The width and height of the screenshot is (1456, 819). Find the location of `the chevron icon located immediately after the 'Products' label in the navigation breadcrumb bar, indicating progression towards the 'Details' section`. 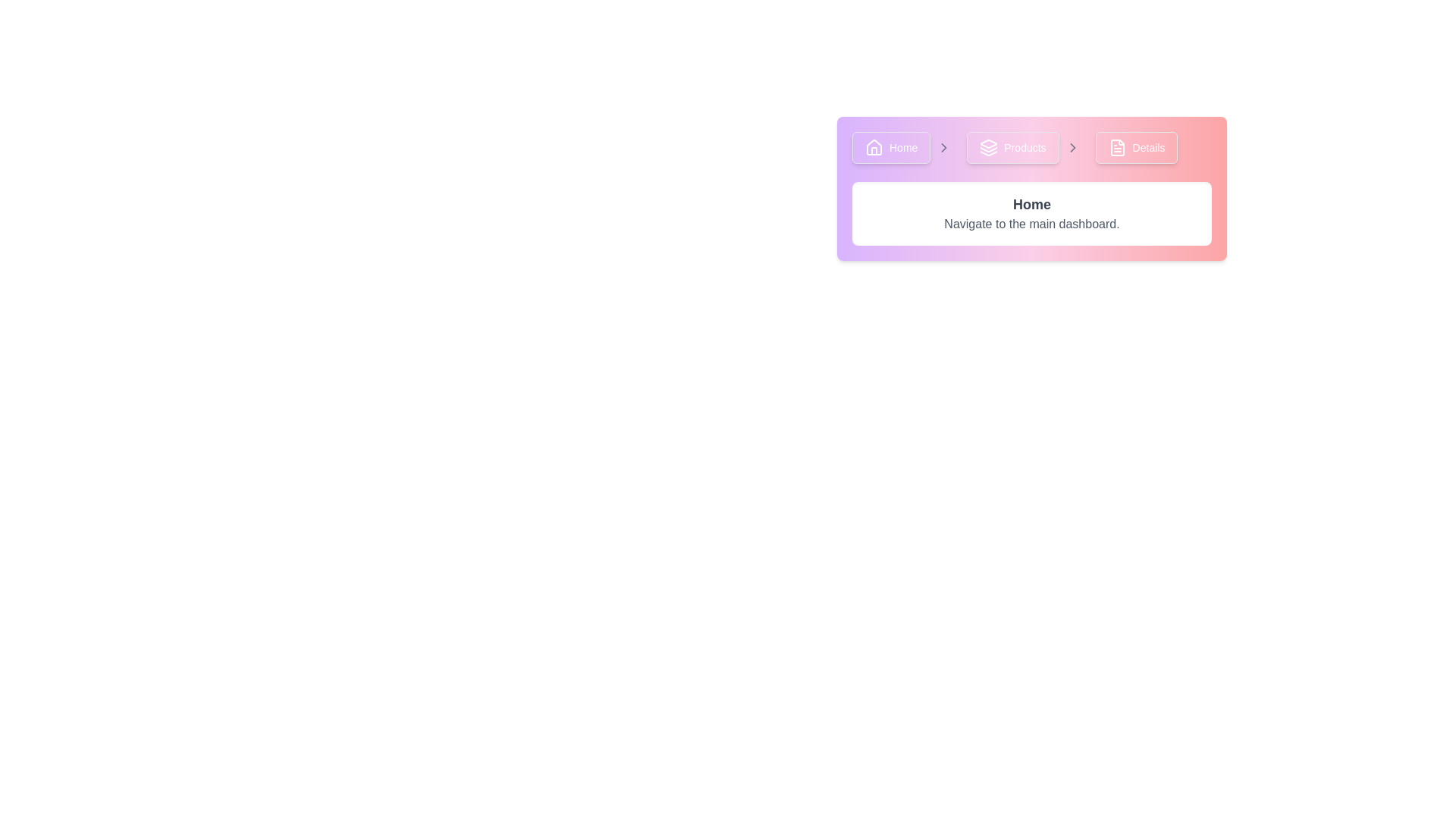

the chevron icon located immediately after the 'Products' label in the navigation breadcrumb bar, indicating progression towards the 'Details' section is located at coordinates (1072, 148).